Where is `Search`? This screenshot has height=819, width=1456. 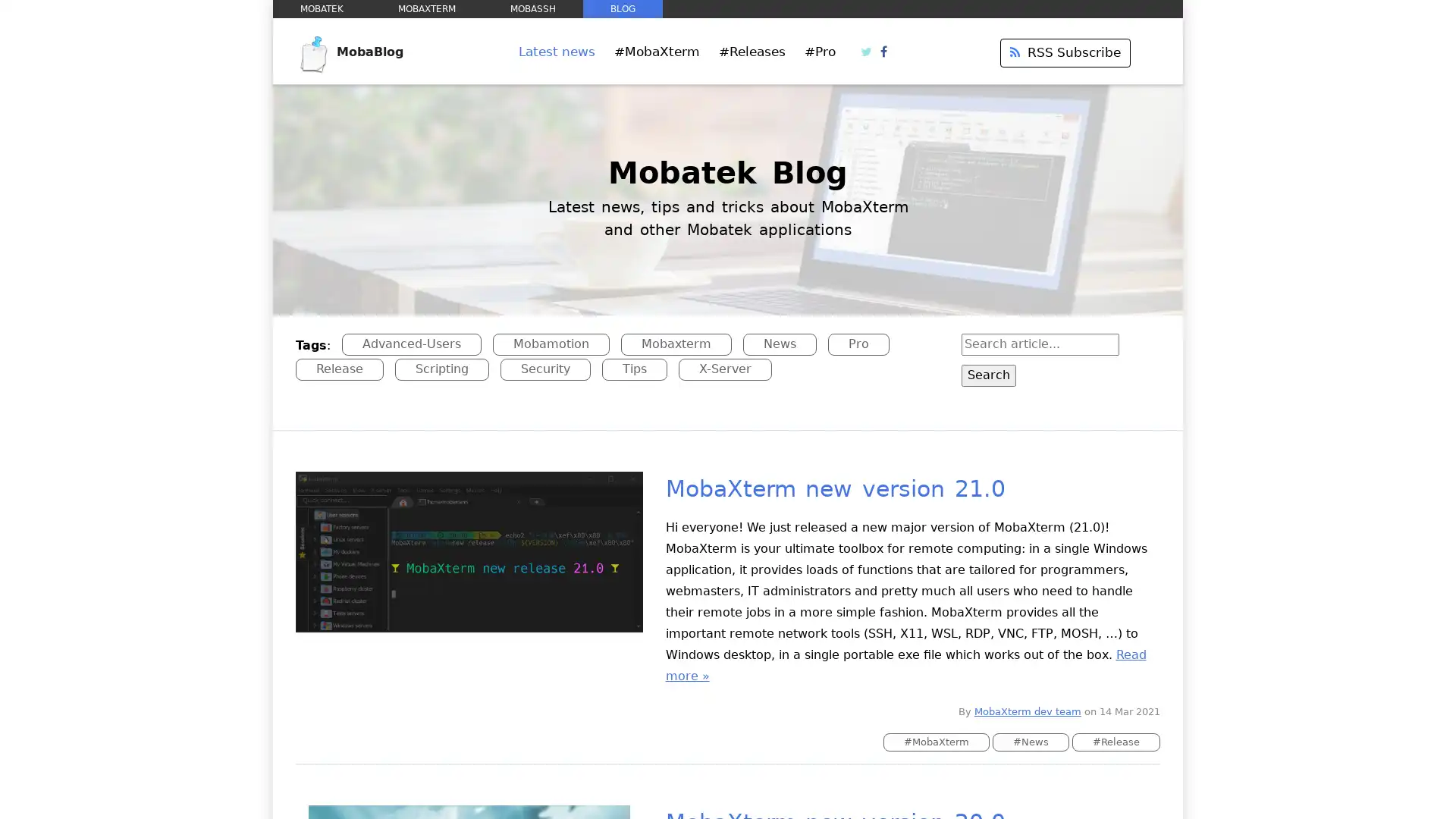 Search is located at coordinates (987, 375).